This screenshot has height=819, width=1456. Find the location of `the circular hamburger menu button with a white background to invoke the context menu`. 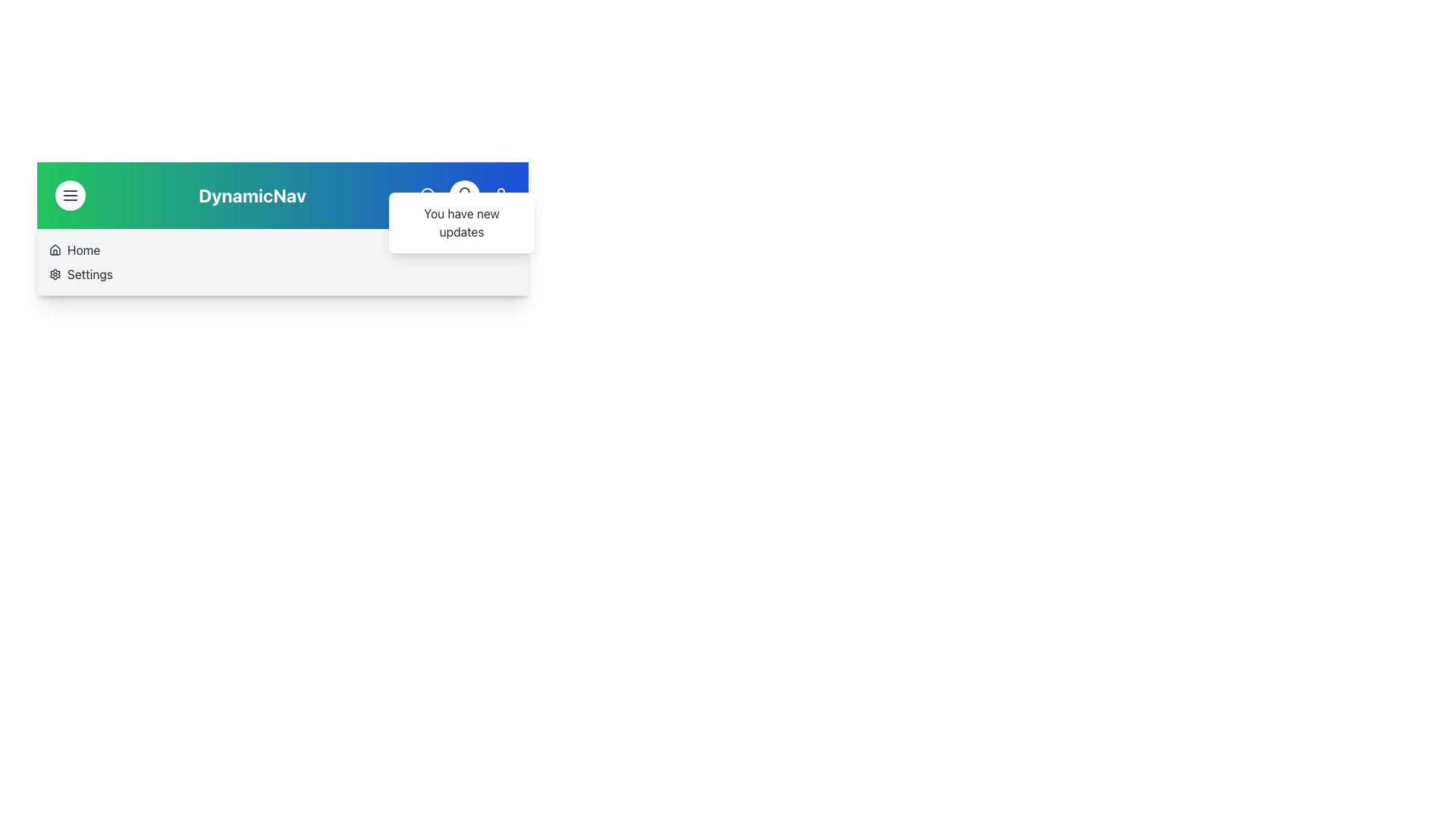

the circular hamburger menu button with a white background to invoke the context menu is located at coordinates (69, 195).